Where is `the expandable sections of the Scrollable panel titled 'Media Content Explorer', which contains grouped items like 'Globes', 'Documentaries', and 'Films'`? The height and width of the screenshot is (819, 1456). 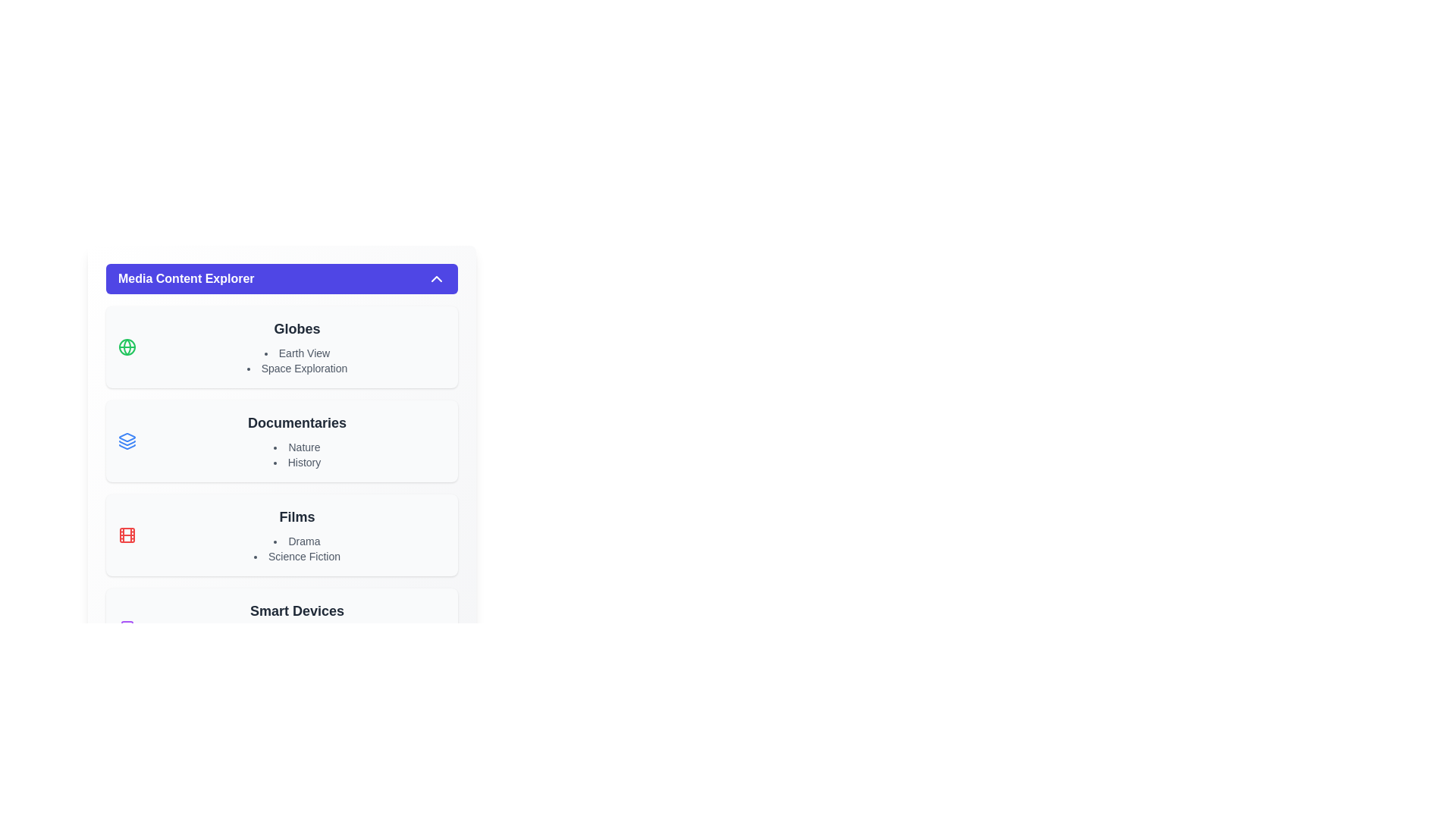 the expandable sections of the Scrollable panel titled 'Media Content Explorer', which contains grouped items like 'Globes', 'Documentaries', and 'Films' is located at coordinates (282, 425).